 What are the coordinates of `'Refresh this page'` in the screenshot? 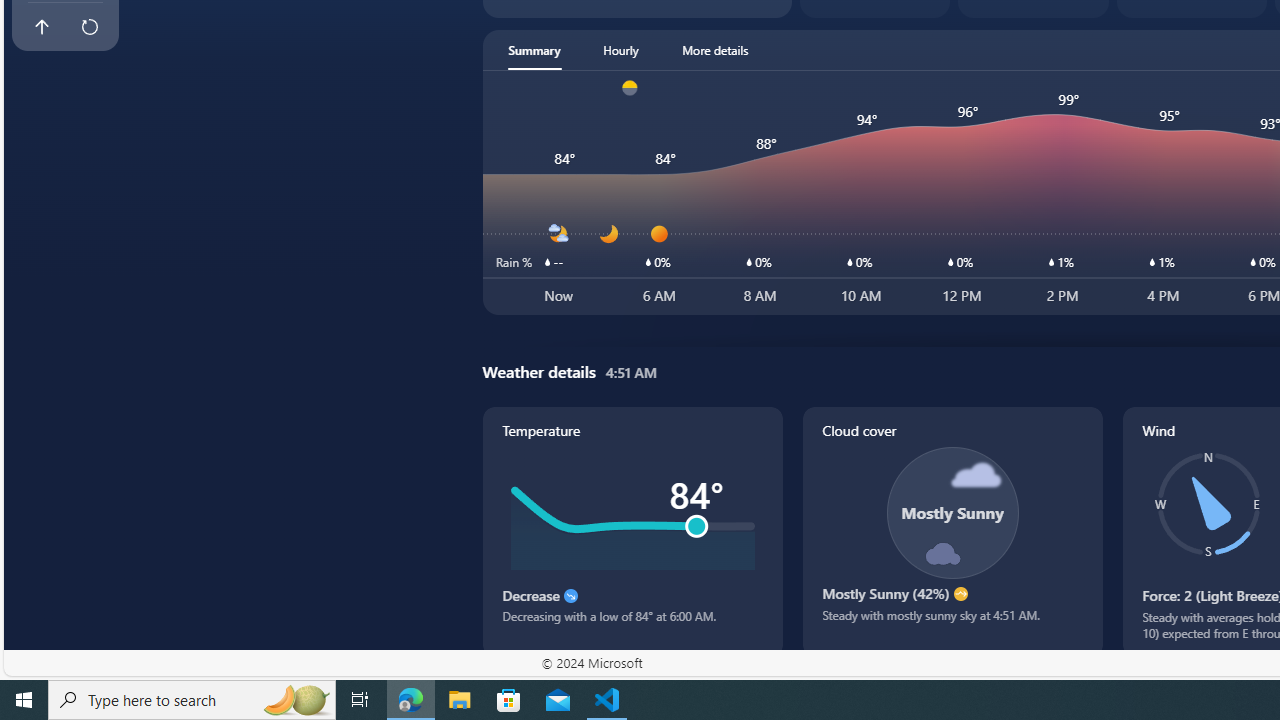 It's located at (88, 27).